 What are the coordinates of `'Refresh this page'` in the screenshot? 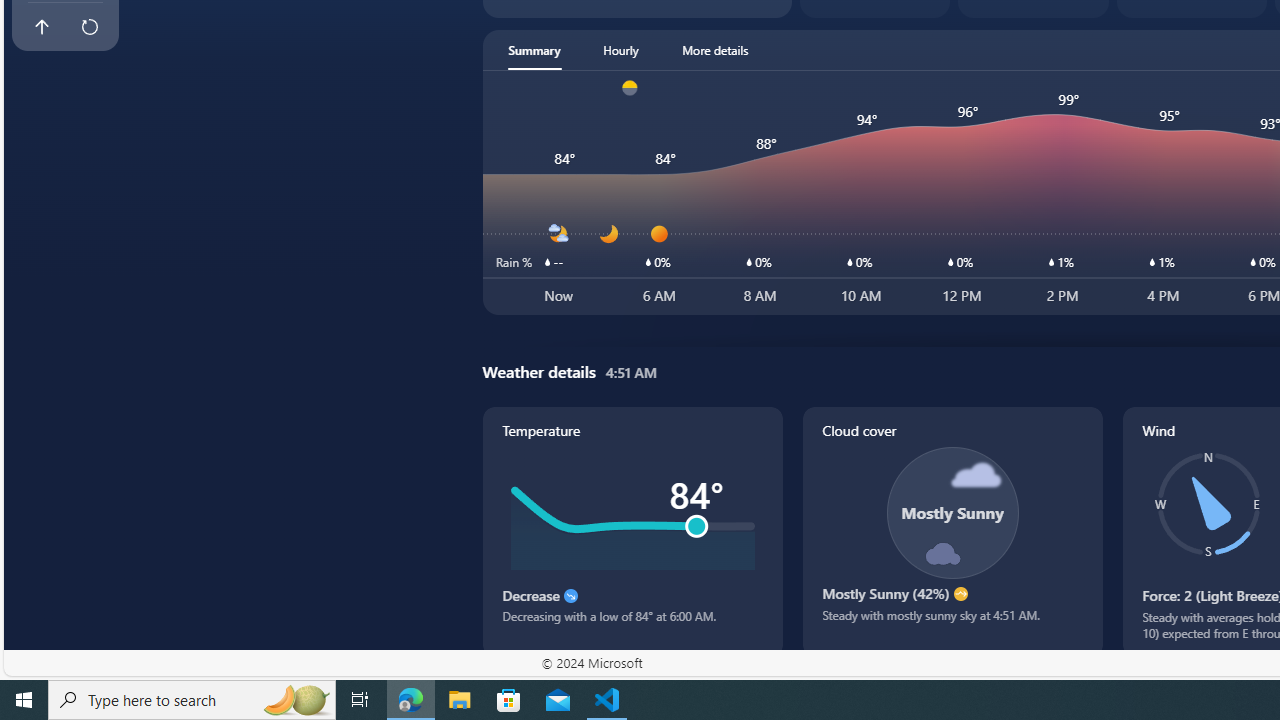 It's located at (88, 27).